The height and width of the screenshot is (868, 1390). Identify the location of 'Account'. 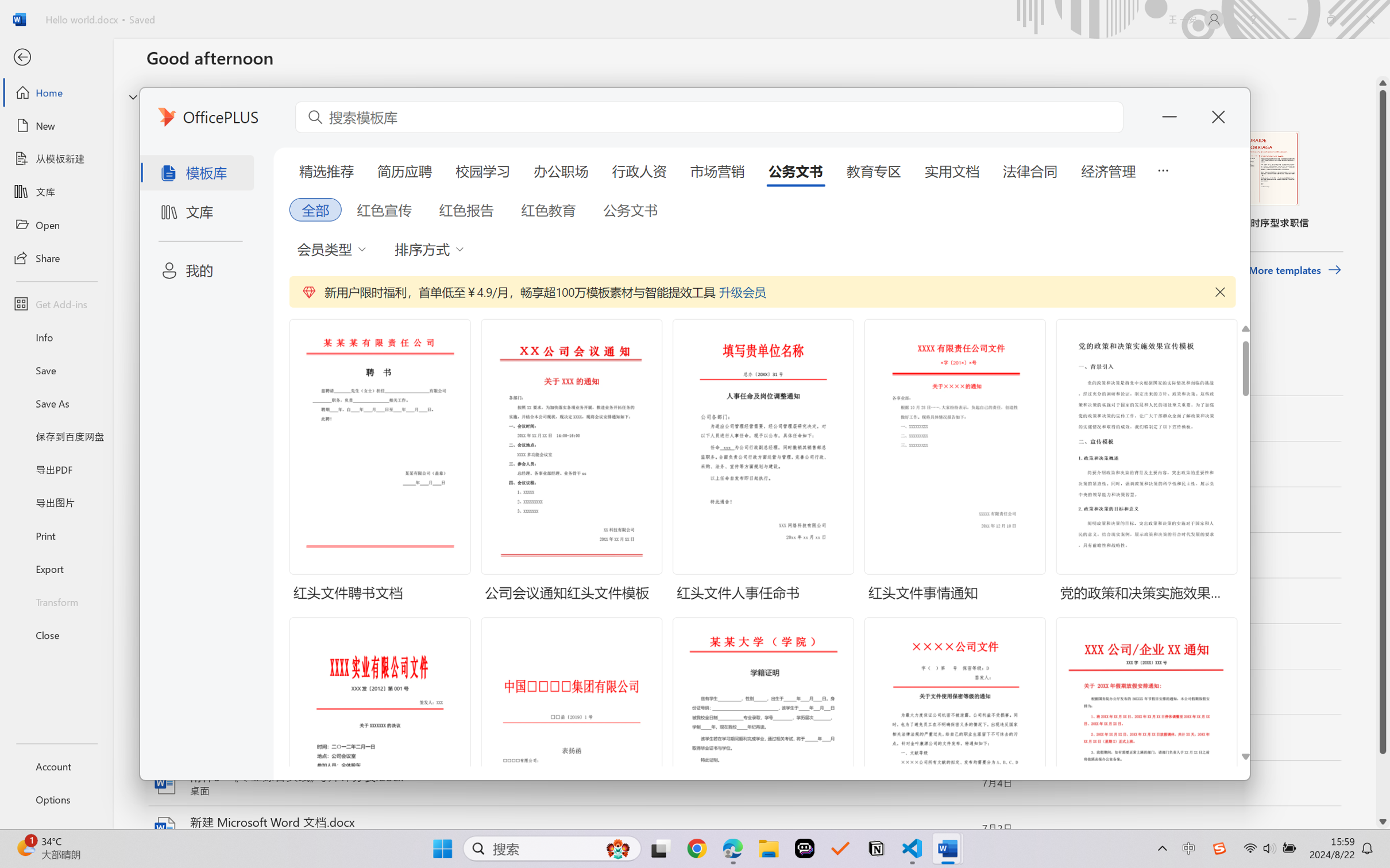
(56, 766).